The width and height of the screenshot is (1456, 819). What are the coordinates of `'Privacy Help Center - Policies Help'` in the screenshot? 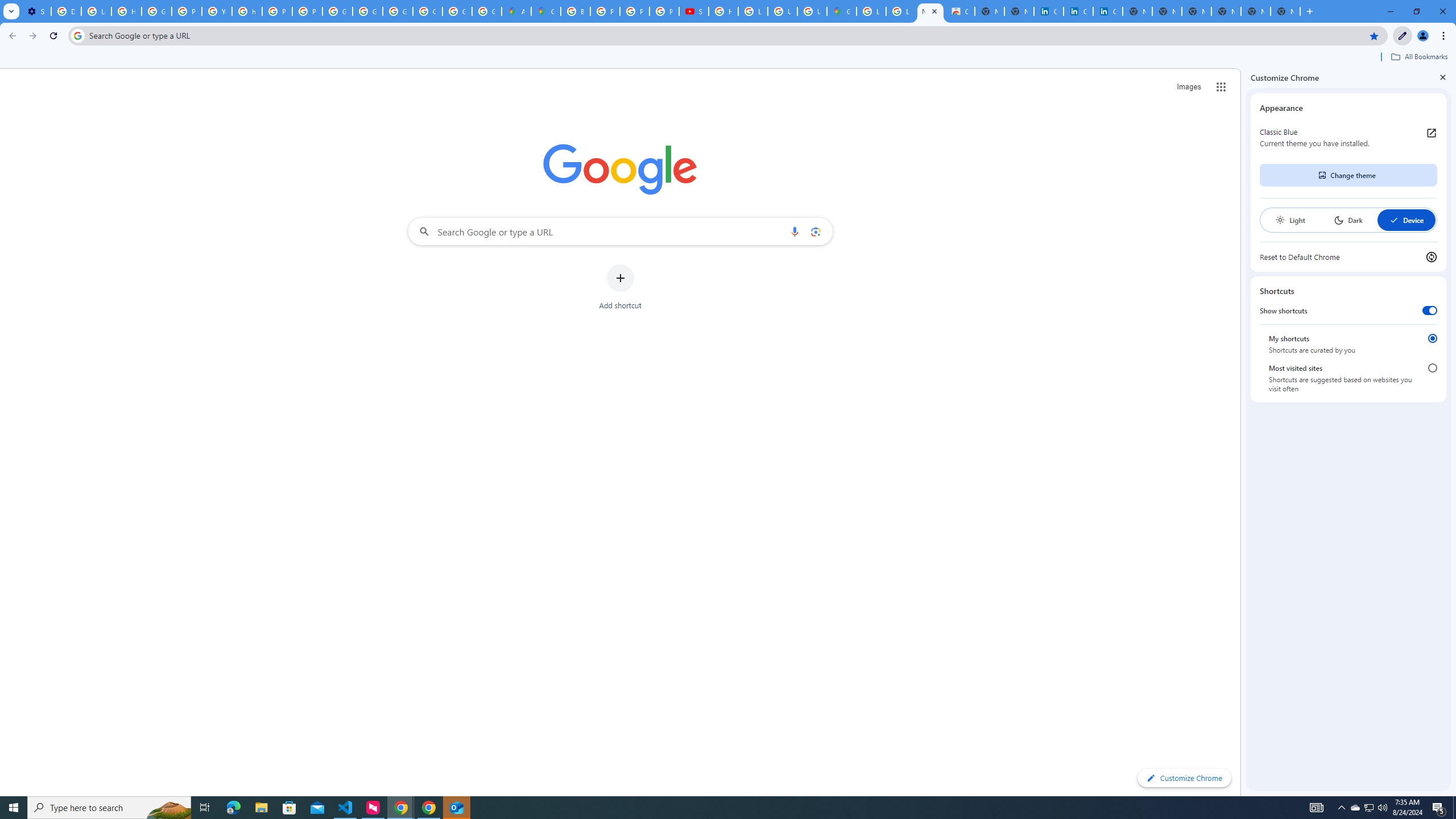 It's located at (635, 11).